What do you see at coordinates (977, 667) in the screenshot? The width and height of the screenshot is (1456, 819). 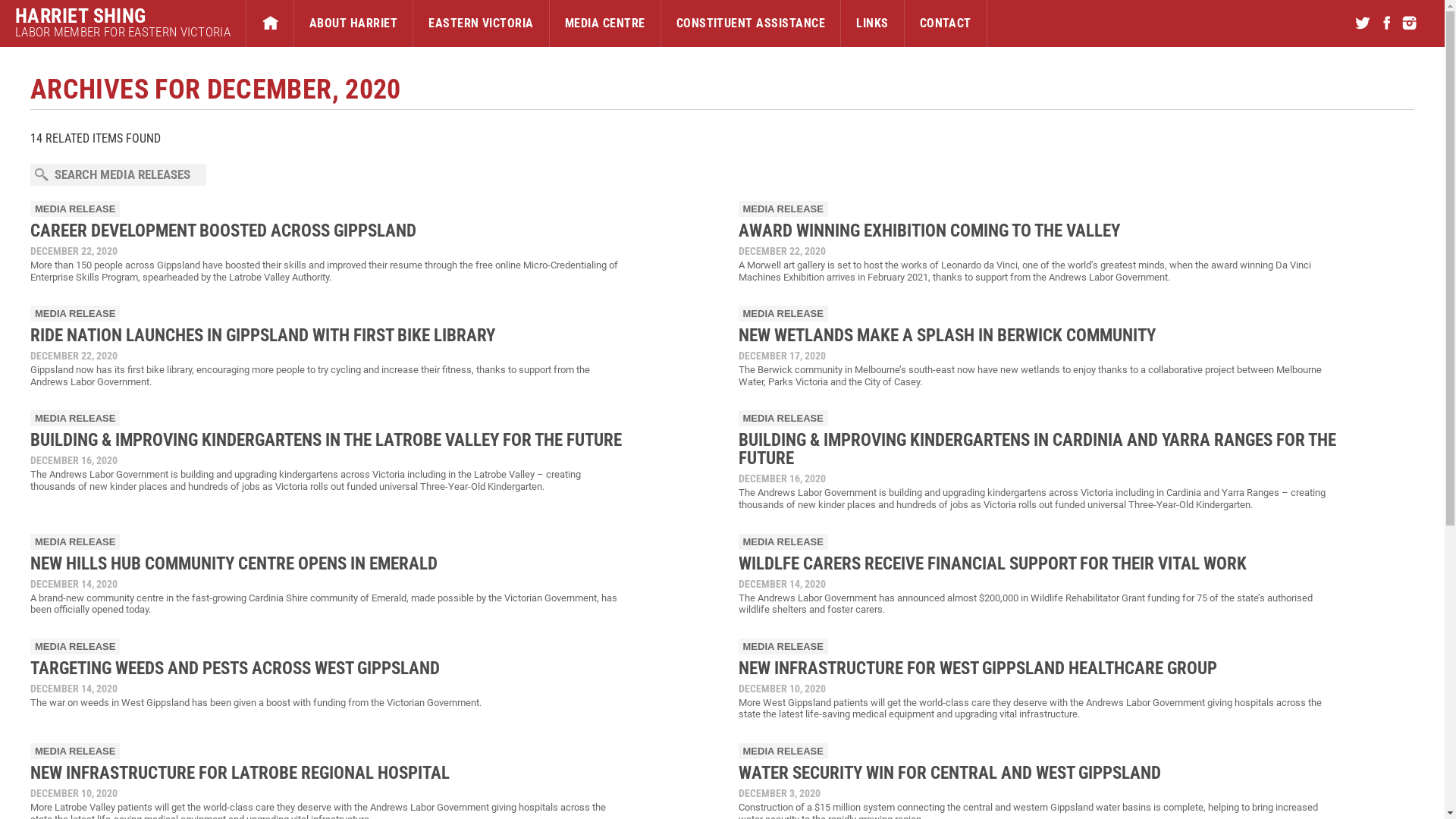 I see `'NEW INFRASTRUCTURE FOR WEST GIPPSLAND HEALTHCARE GROUP'` at bounding box center [977, 667].